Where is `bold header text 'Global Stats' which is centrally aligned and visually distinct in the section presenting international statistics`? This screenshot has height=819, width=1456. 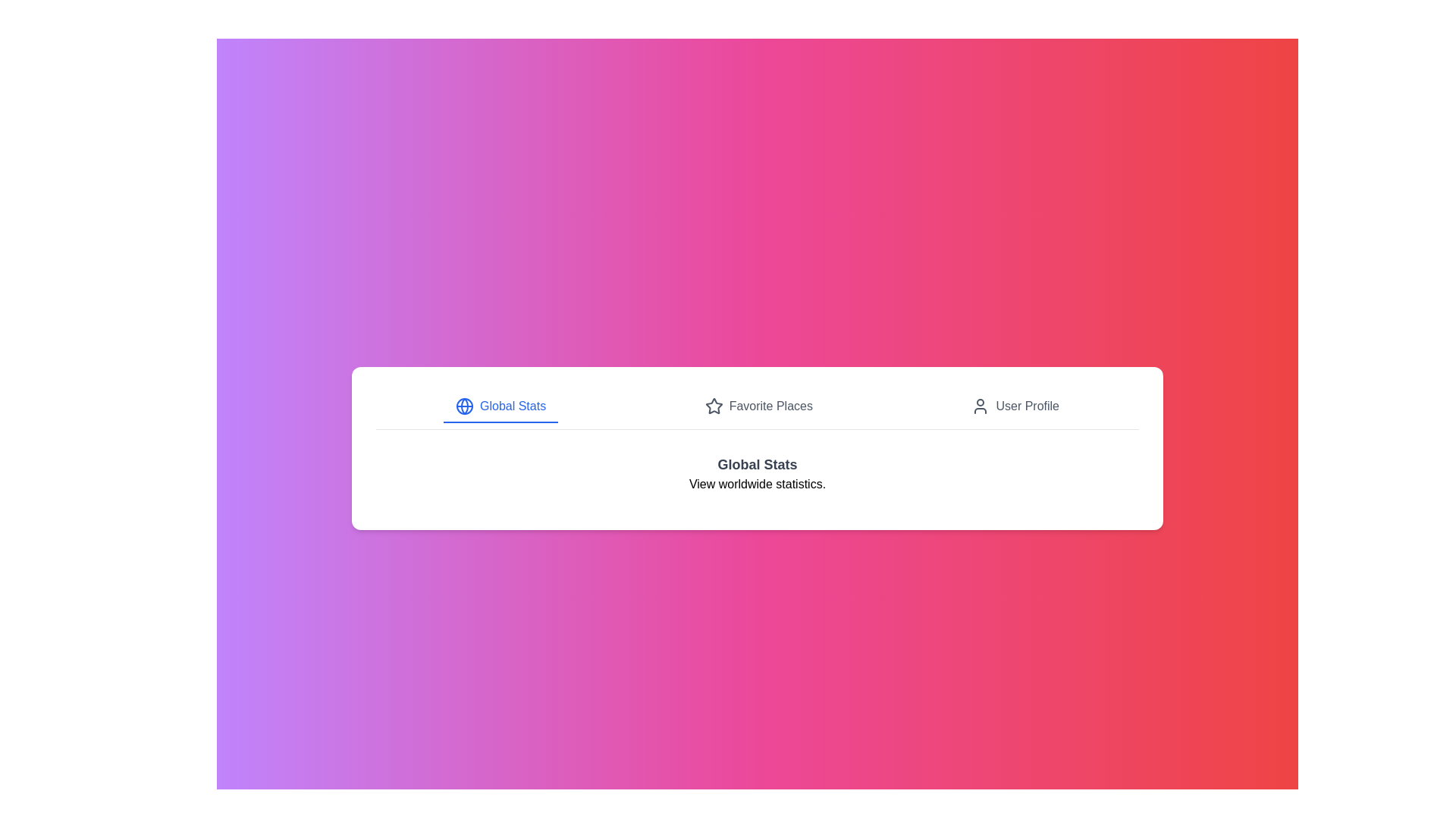
bold header text 'Global Stats' which is centrally aligned and visually distinct in the section presenting international statistics is located at coordinates (757, 463).